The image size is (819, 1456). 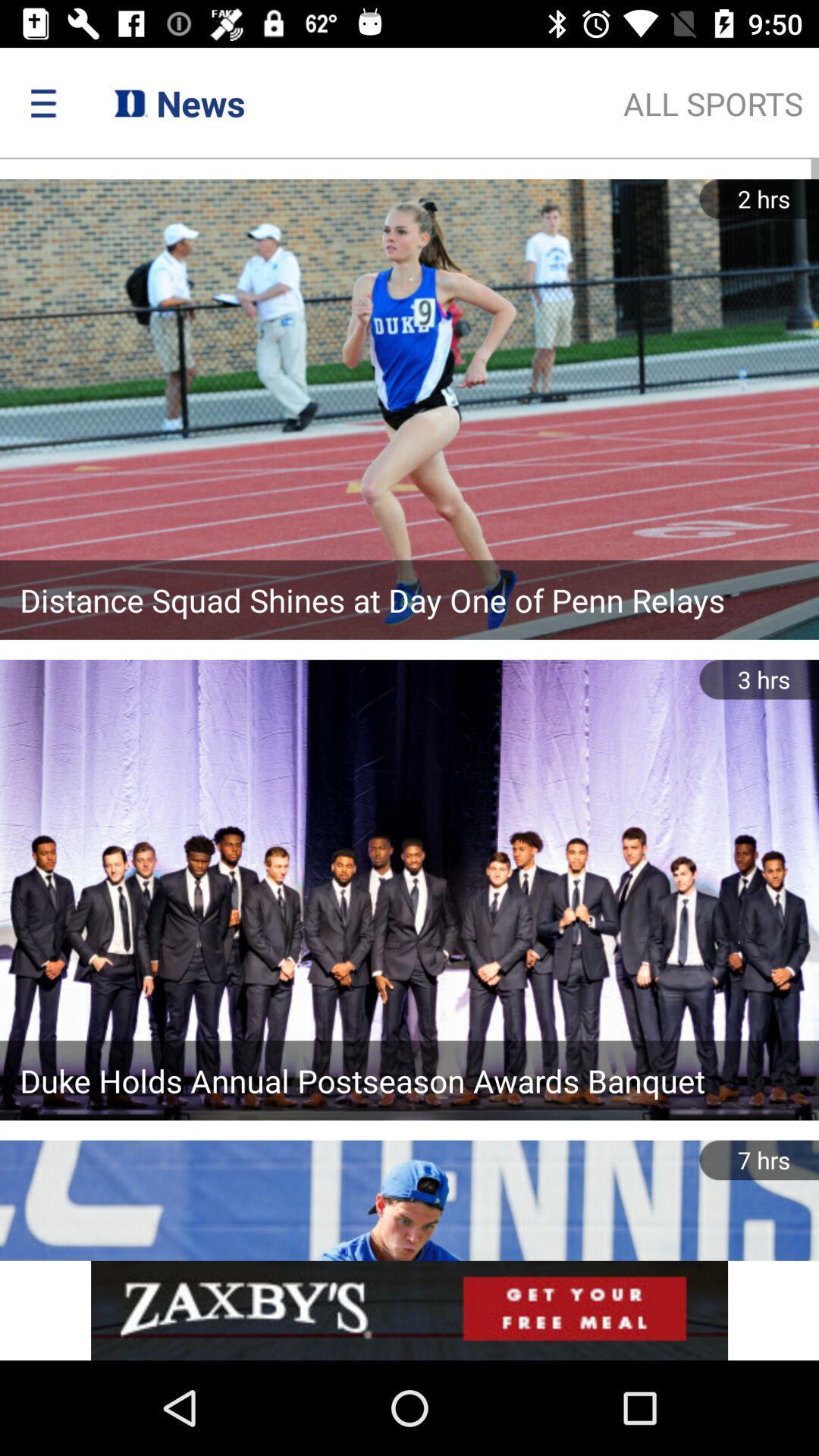 What do you see at coordinates (713, 103) in the screenshot?
I see `the text below time` at bounding box center [713, 103].